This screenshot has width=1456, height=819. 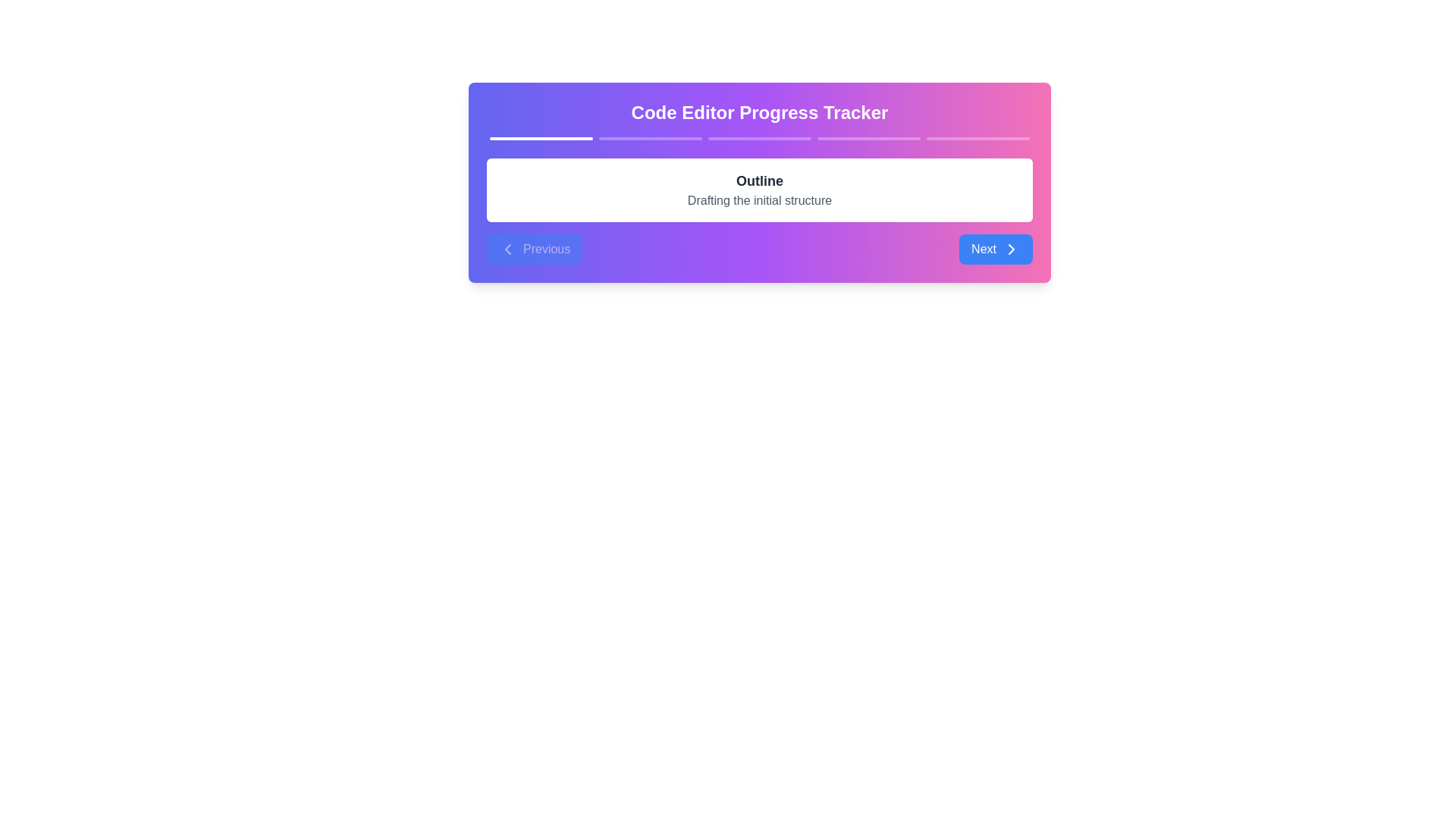 What do you see at coordinates (541, 138) in the screenshot?
I see `the first segment of the progress bar, which indicates the active or completed state of the first step in a multi-step process` at bounding box center [541, 138].